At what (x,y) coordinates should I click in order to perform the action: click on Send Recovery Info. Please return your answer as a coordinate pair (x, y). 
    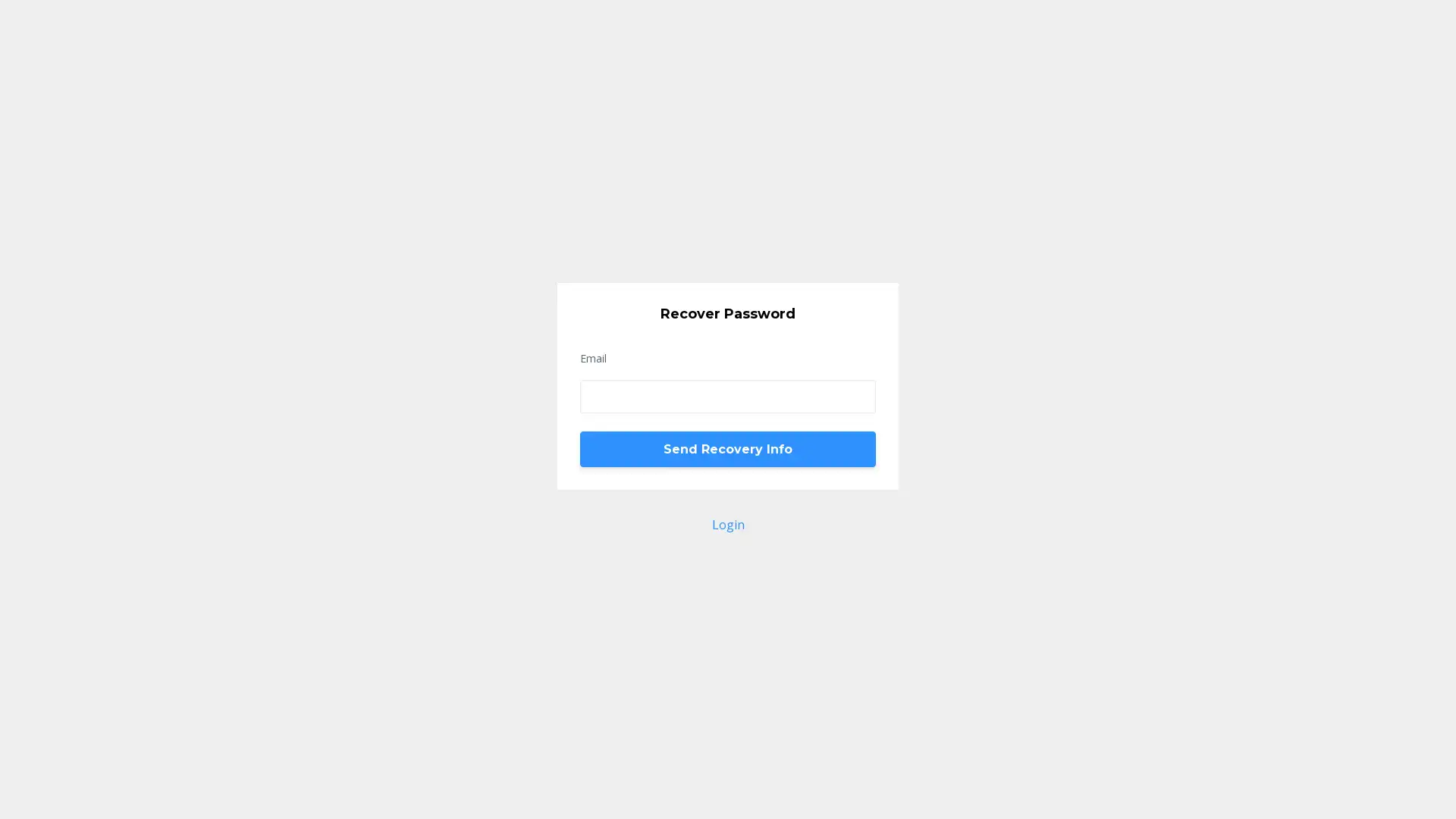
    Looking at the image, I should click on (728, 447).